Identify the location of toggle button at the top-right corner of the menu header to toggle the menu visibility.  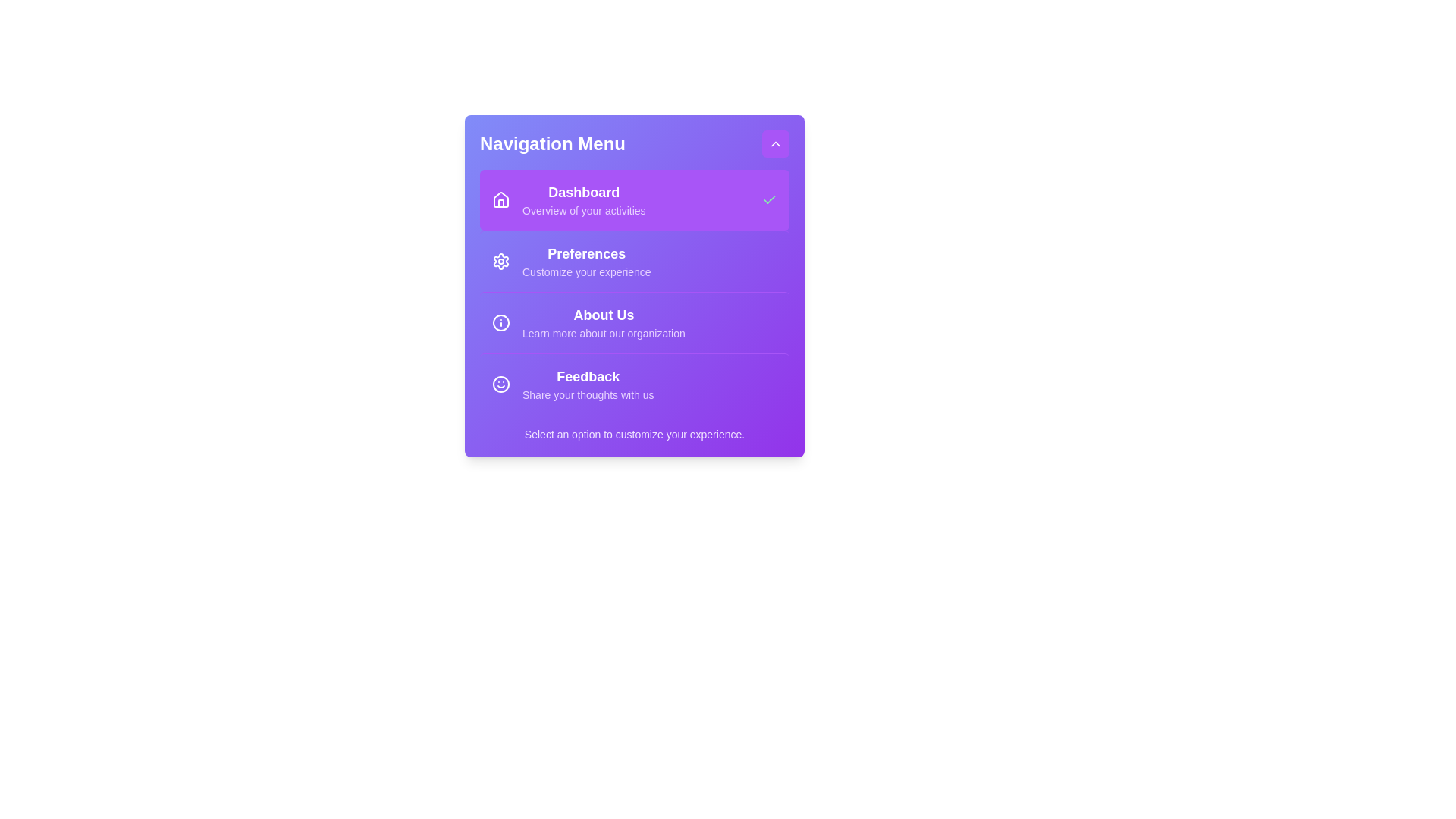
(775, 143).